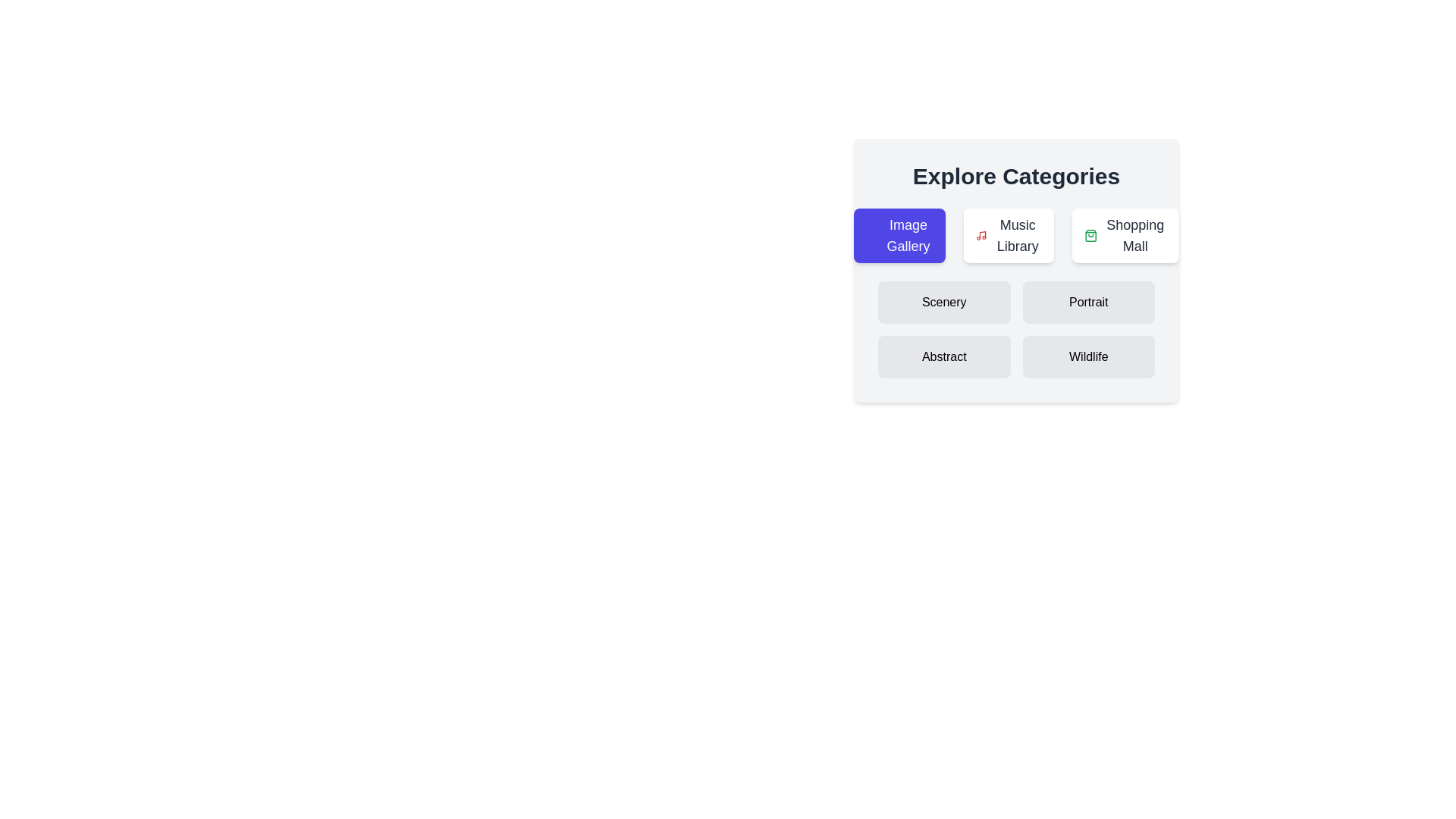 This screenshot has width=1456, height=819. What do you see at coordinates (899, 236) in the screenshot?
I see `the leftmost button in the 'Explore Categories' section` at bounding box center [899, 236].